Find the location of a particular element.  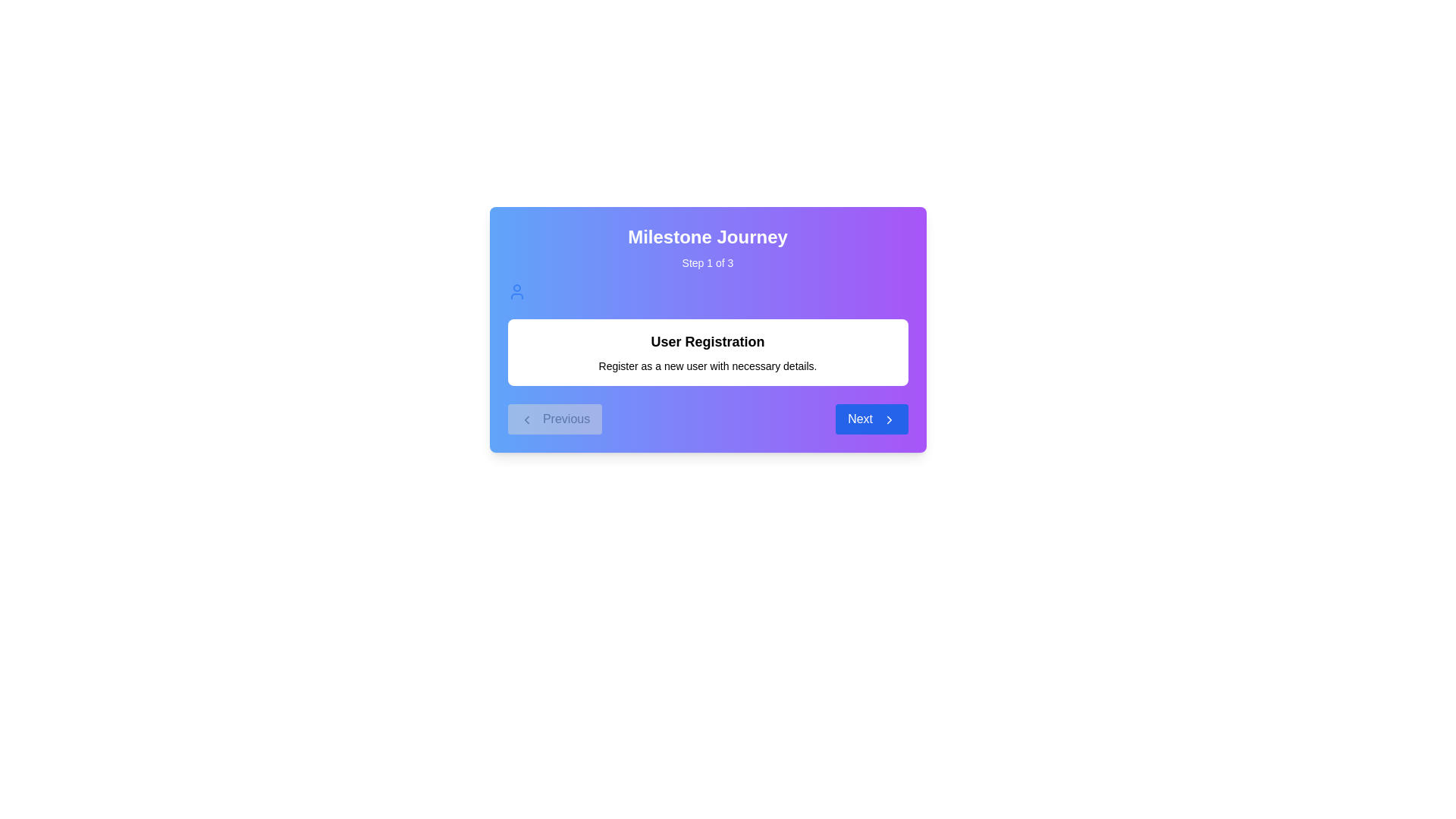

the static text label displaying 'Step 1 of 3', which is centered below the 'Milestone Journey' headline, within a vibrant gradient background is located at coordinates (707, 262).